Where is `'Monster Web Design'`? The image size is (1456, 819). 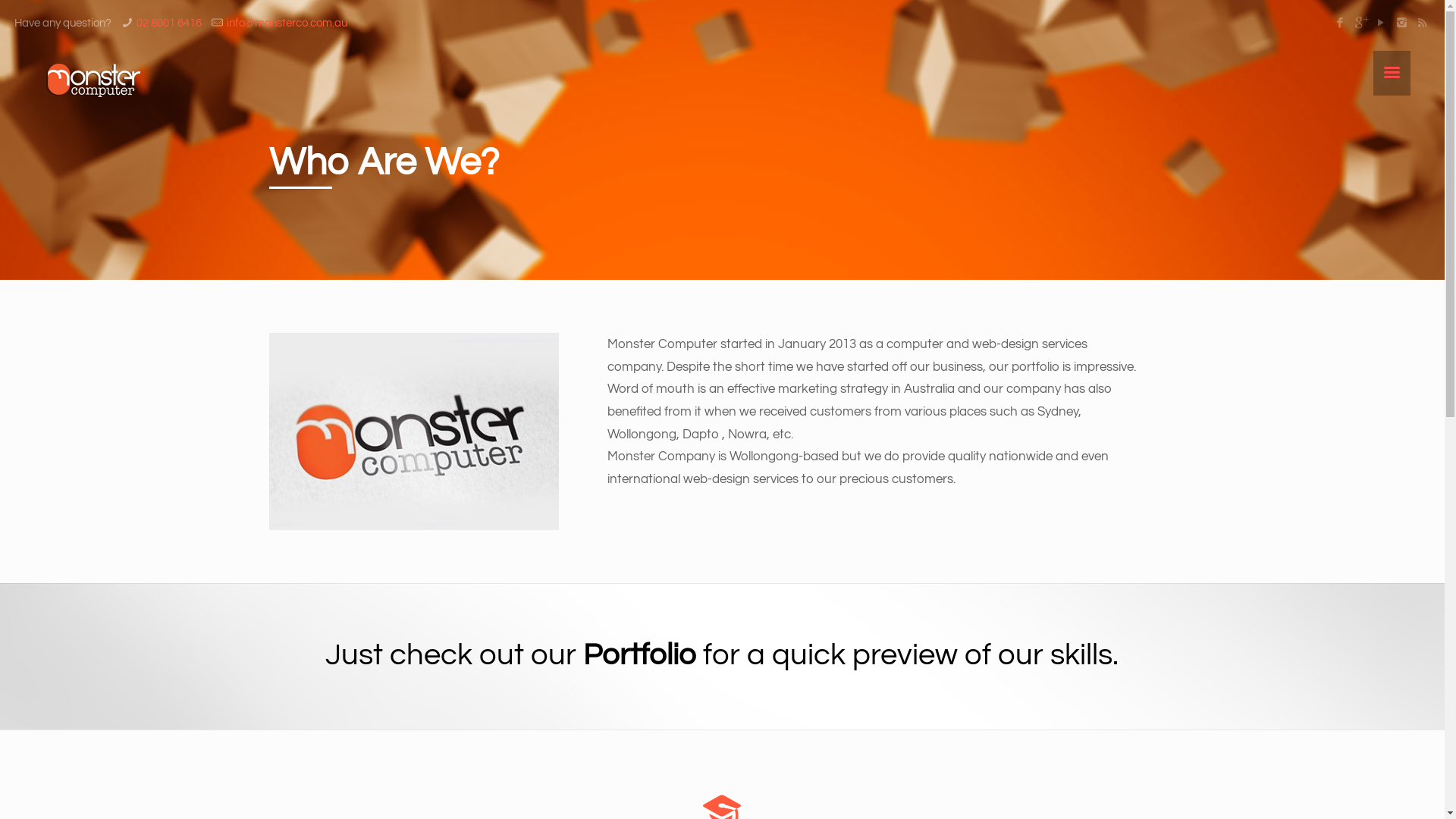
'Monster Web Design' is located at coordinates (93, 80).